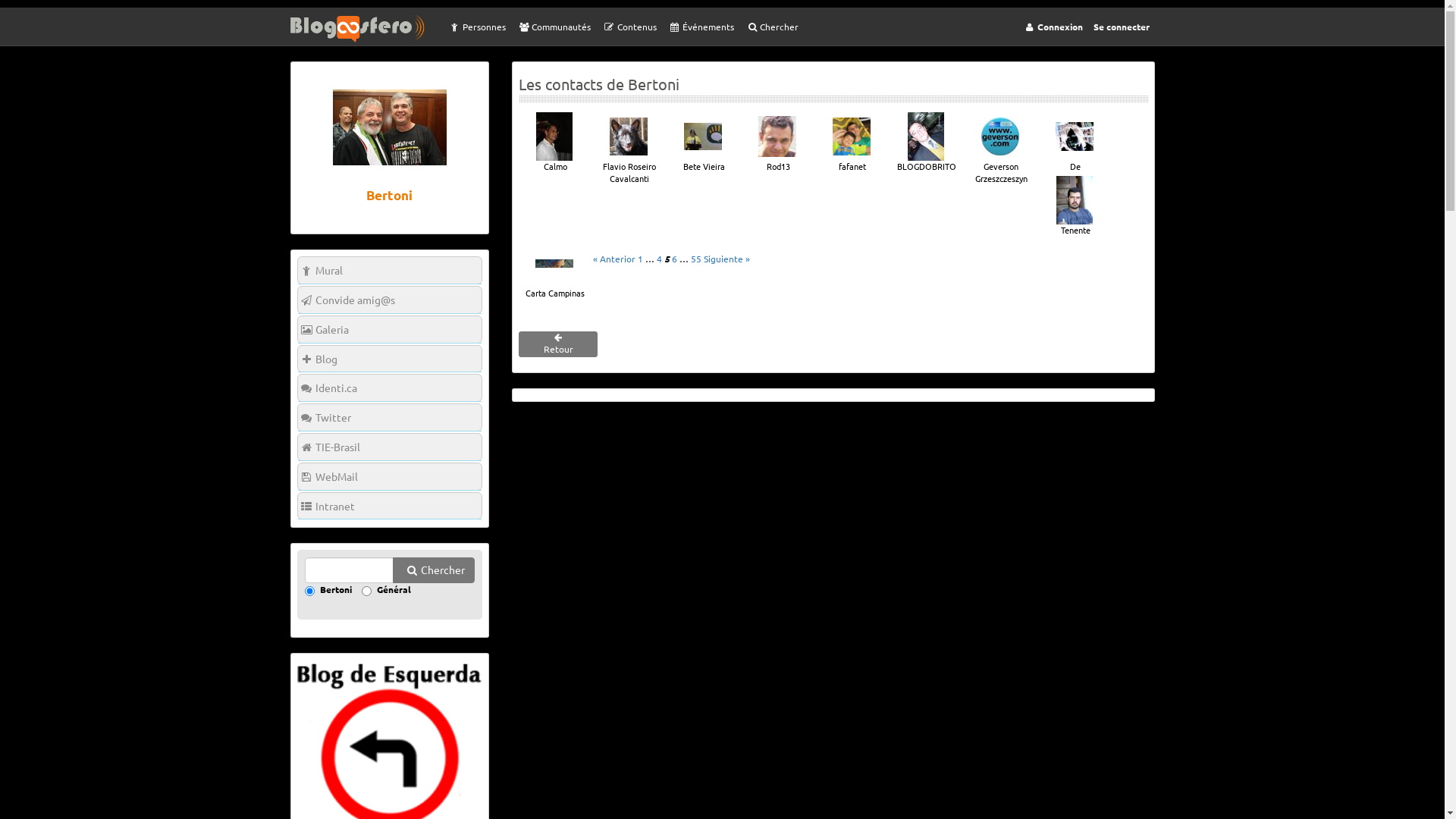 This screenshot has height=819, width=1456. Describe the element at coordinates (389, 300) in the screenshot. I see `'Convide amig@s'` at that location.